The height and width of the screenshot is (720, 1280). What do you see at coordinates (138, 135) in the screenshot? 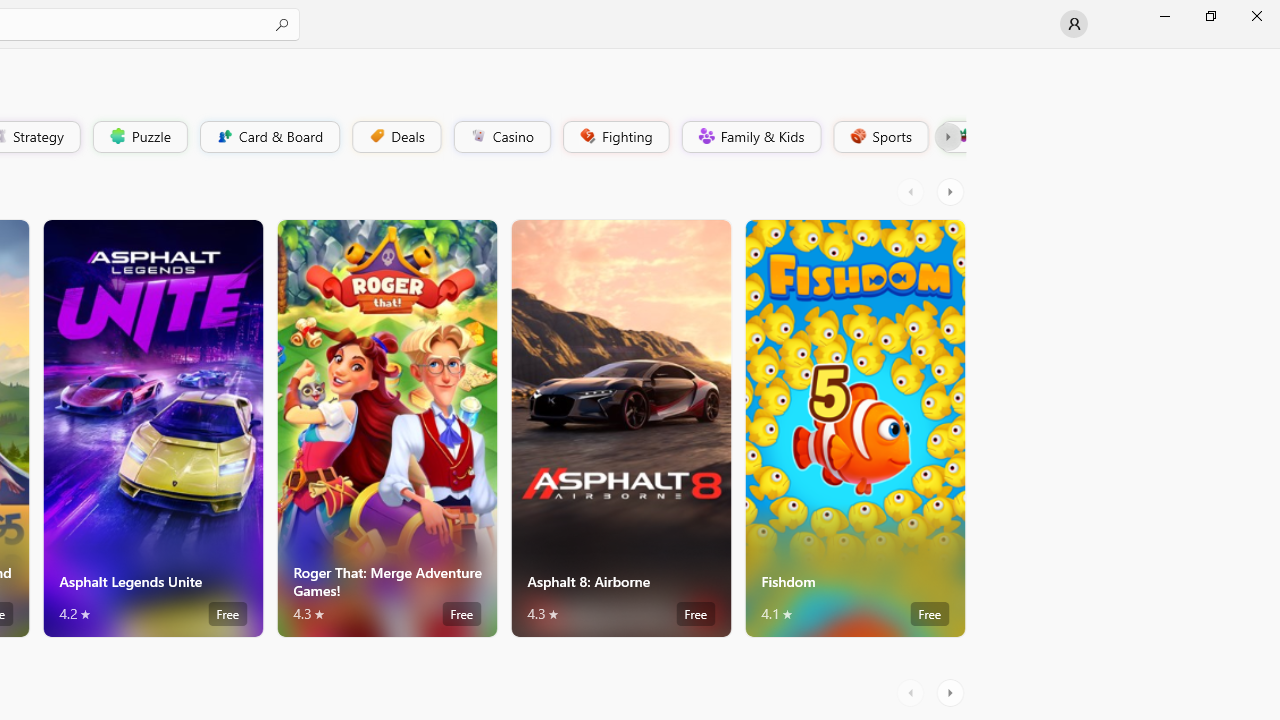
I see `'Puzzle'` at bounding box center [138, 135].